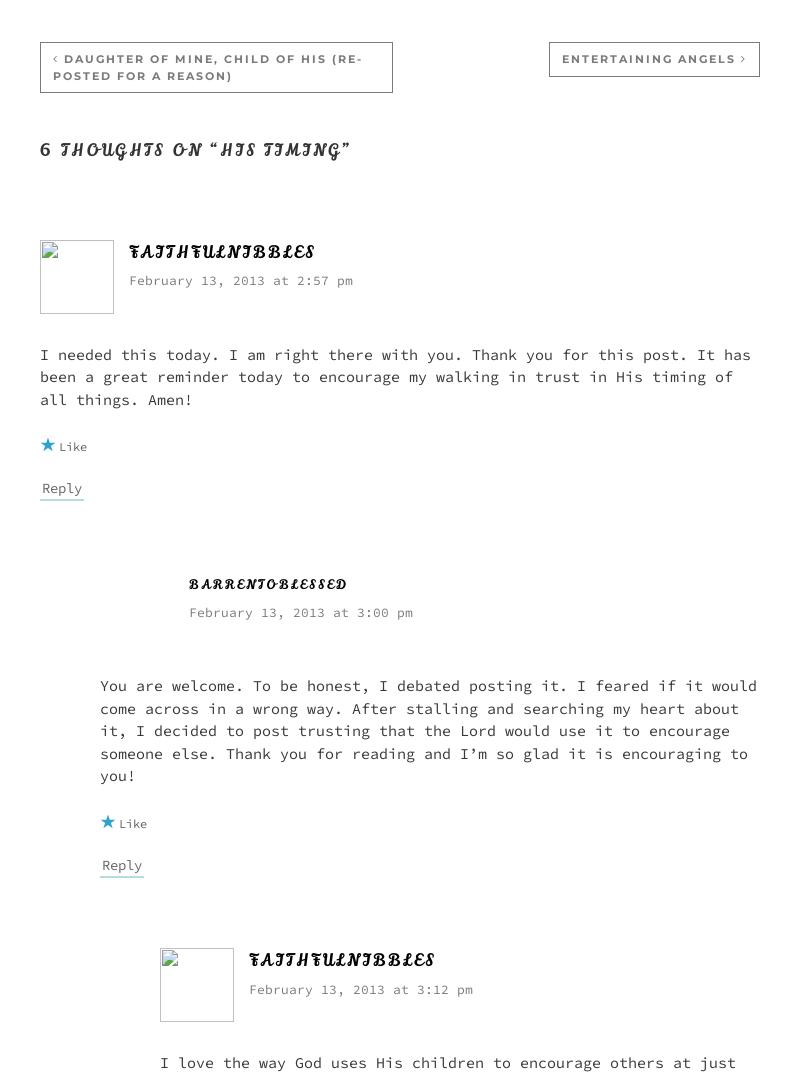 The width and height of the screenshot is (800, 1079). I want to click on 'I needed this today. I  am right there with you. Thank you for this post. It has been a great reminder today to encourage my walking in trust in His timing of all things. Amen!', so click(394, 375).